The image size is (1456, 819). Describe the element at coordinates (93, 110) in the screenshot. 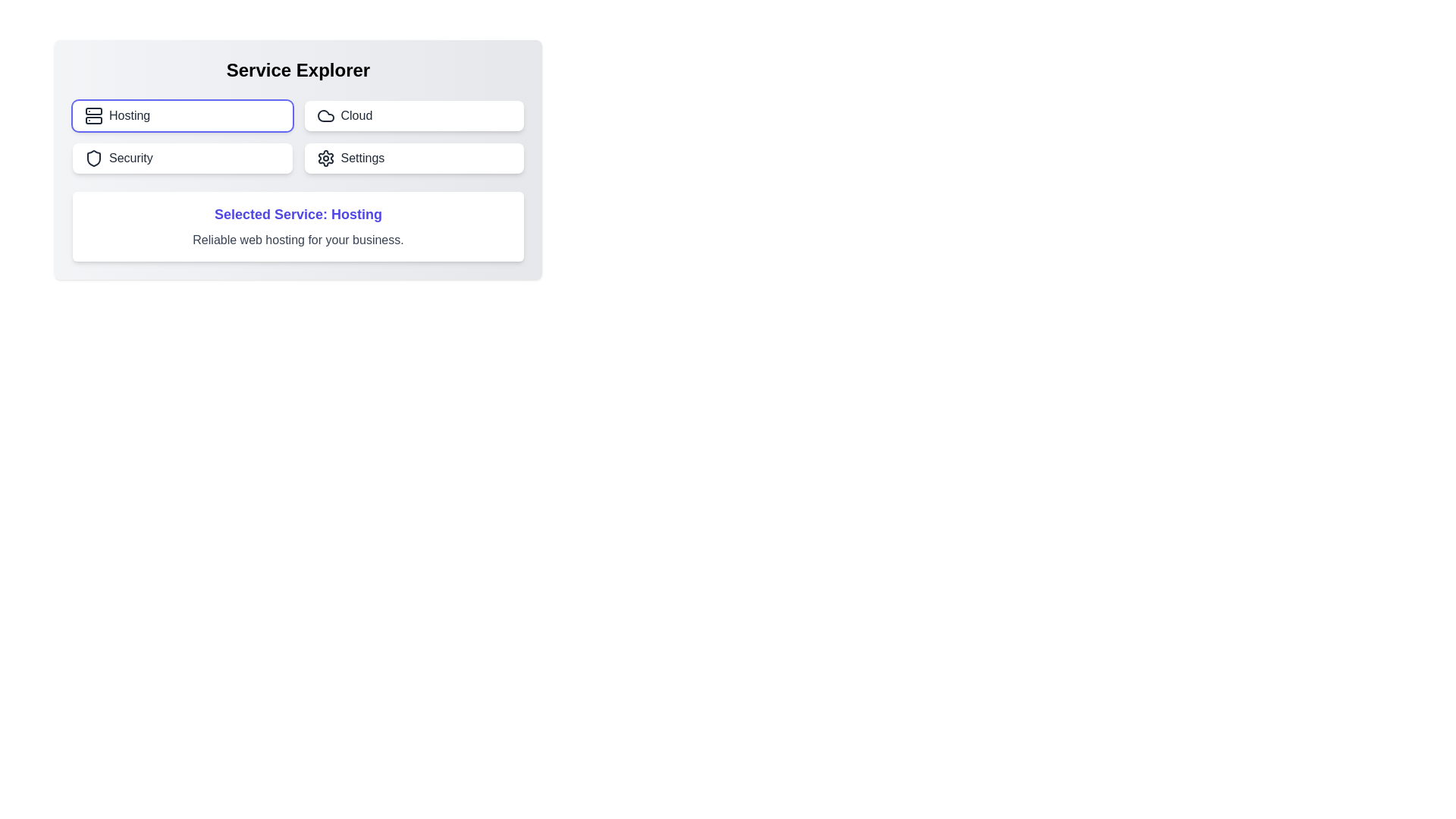

I see `the first rectangle of the server icon located in the upper-left segment of the interface, which serves as a visual cue related to the 'Hosting' button` at that location.